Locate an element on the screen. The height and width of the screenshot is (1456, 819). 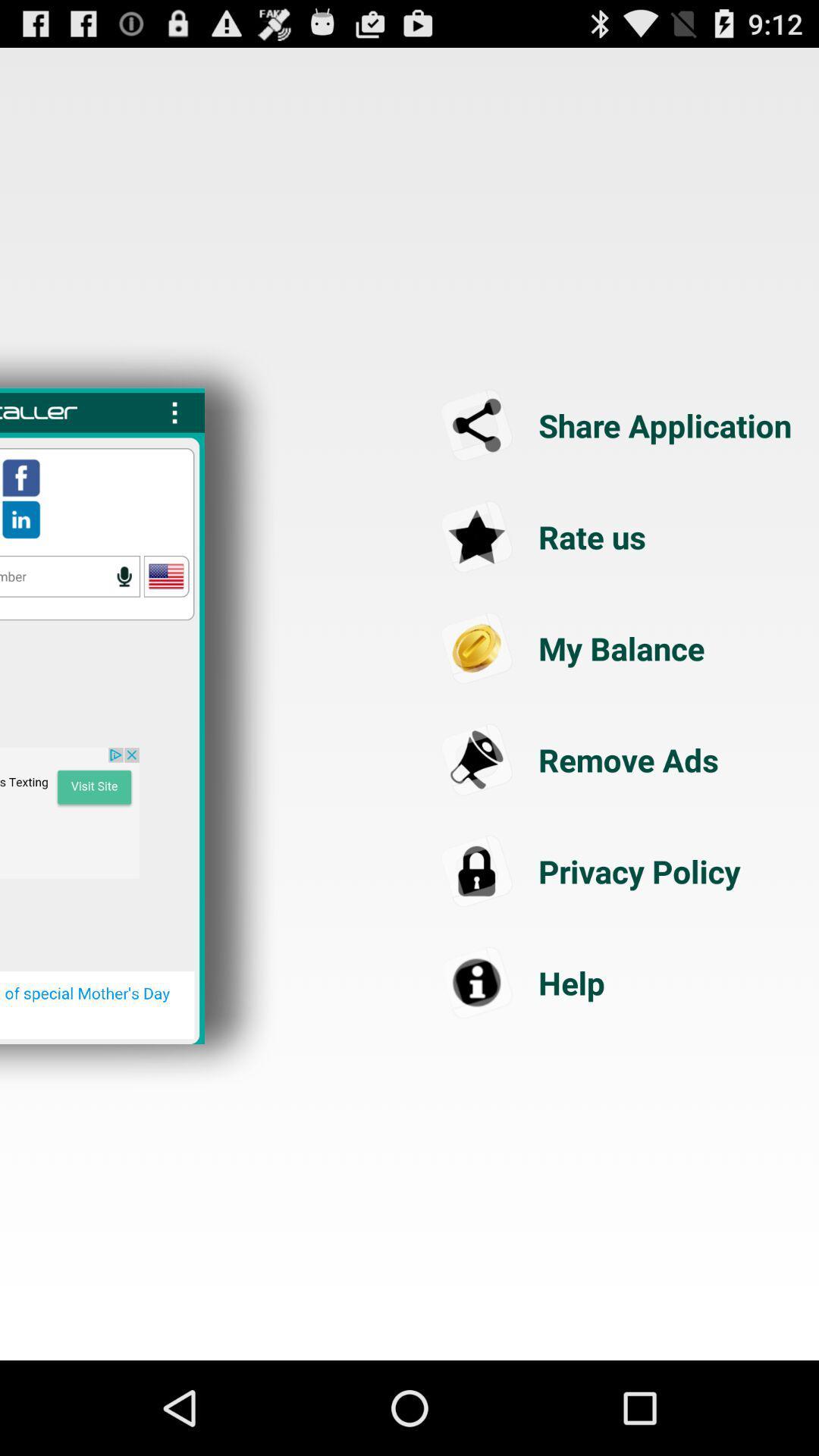
visit site is located at coordinates (69, 812).